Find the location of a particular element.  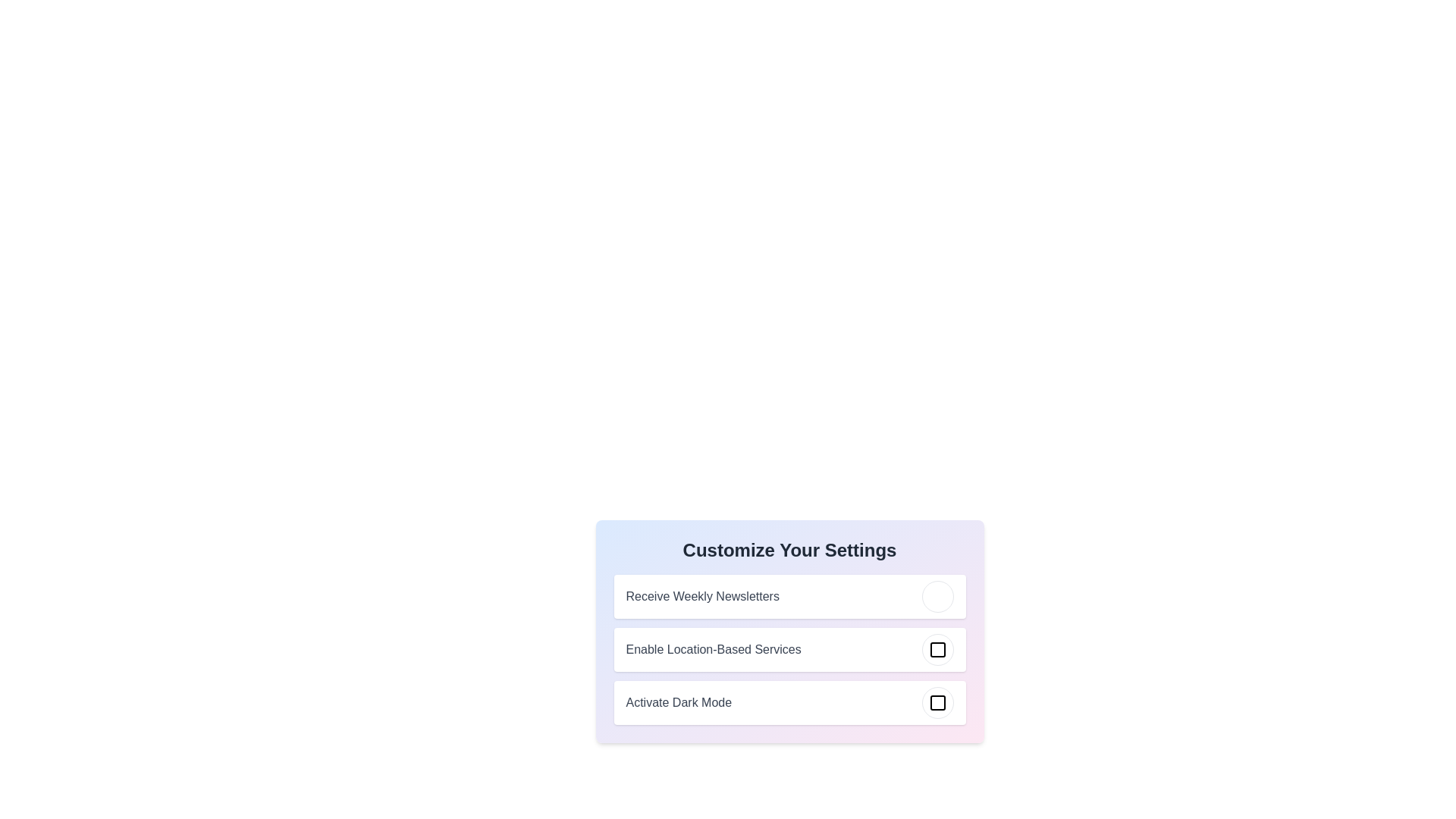

the 'Activate Dark Mode' static text label, which provides a description for the dark mode setting in the 'Customize Your Settings' panel is located at coordinates (678, 702).